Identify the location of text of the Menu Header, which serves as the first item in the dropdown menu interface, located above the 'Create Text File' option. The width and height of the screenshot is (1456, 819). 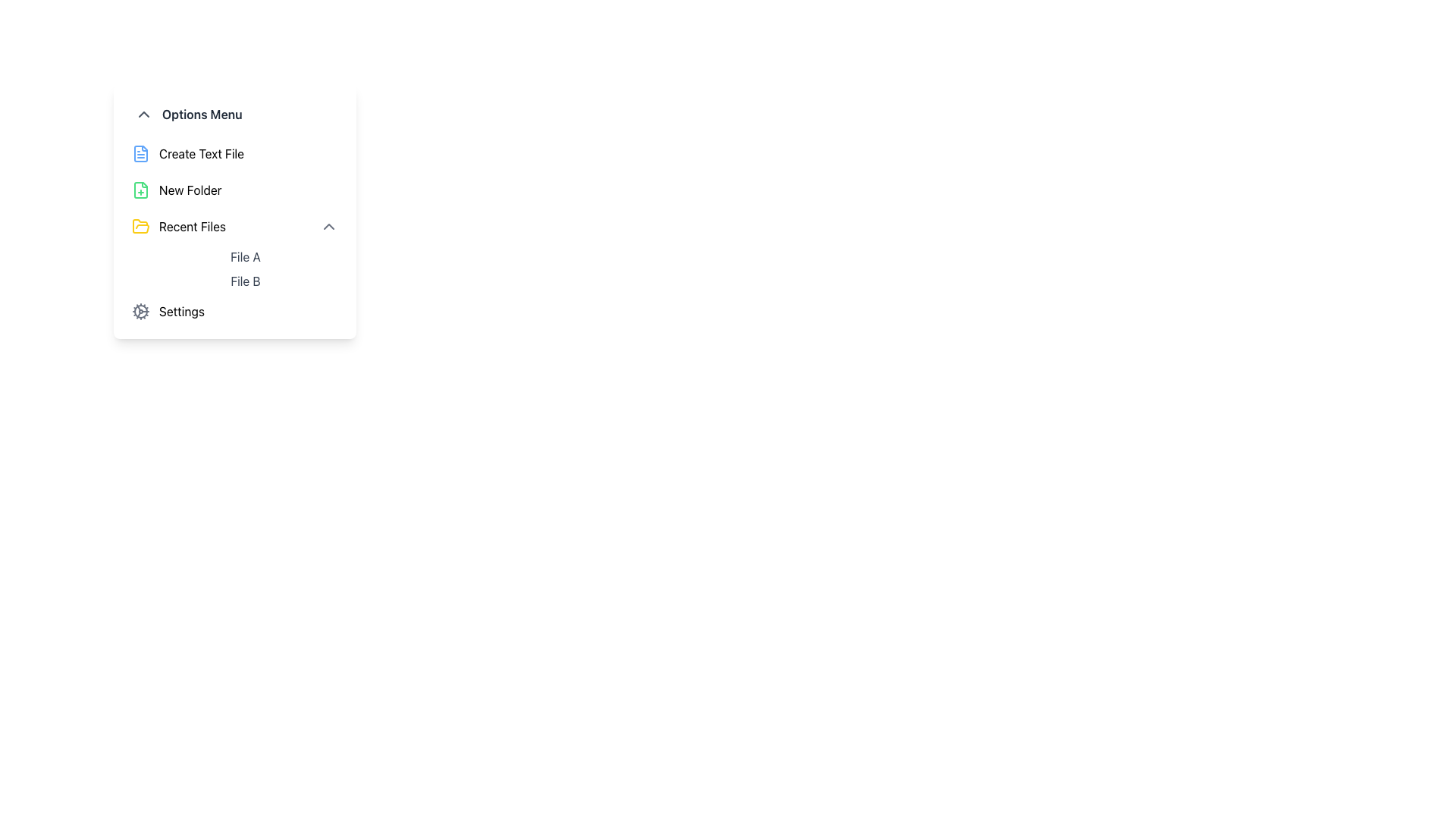
(234, 113).